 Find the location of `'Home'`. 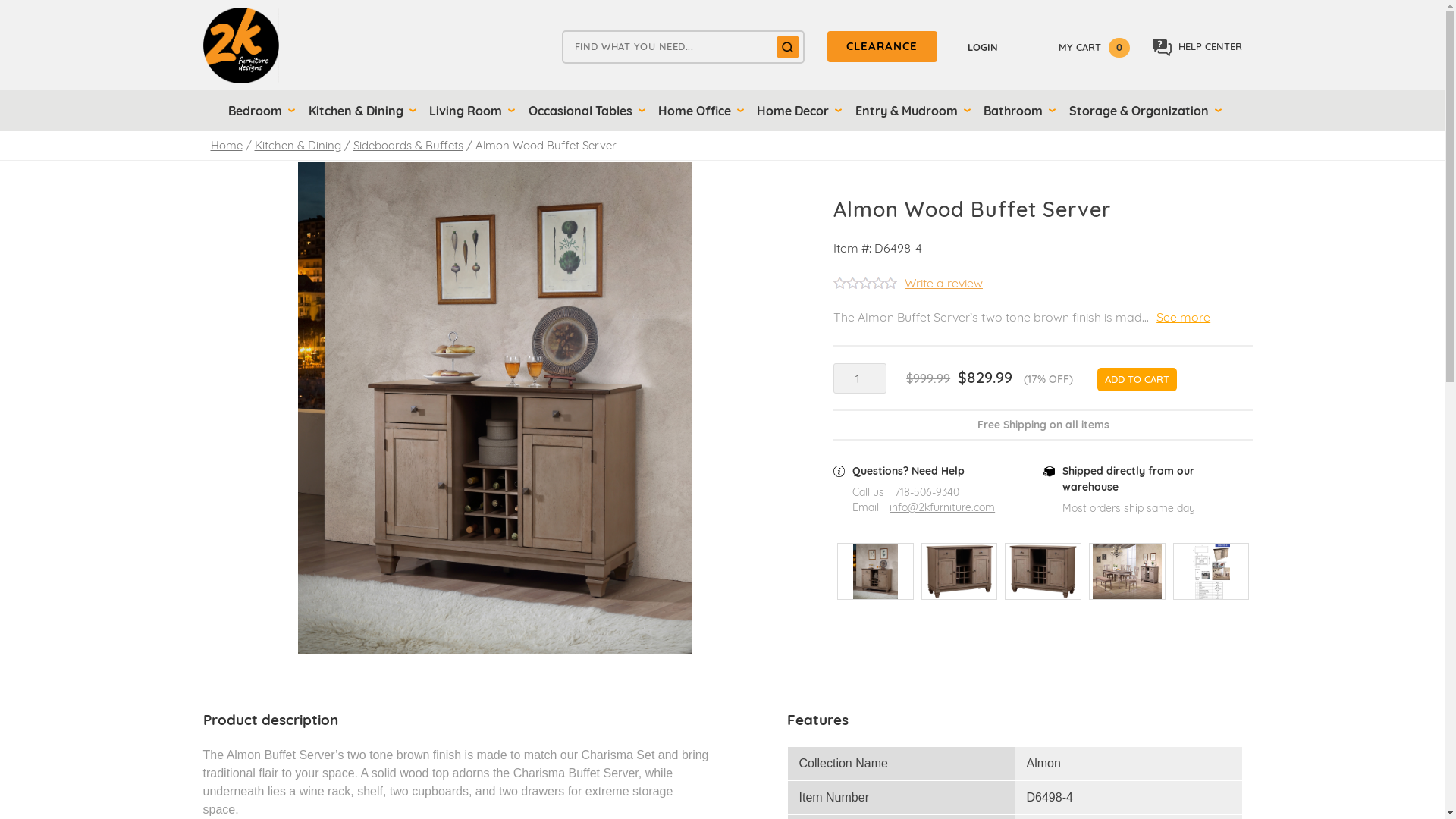

'Home' is located at coordinates (225, 145).